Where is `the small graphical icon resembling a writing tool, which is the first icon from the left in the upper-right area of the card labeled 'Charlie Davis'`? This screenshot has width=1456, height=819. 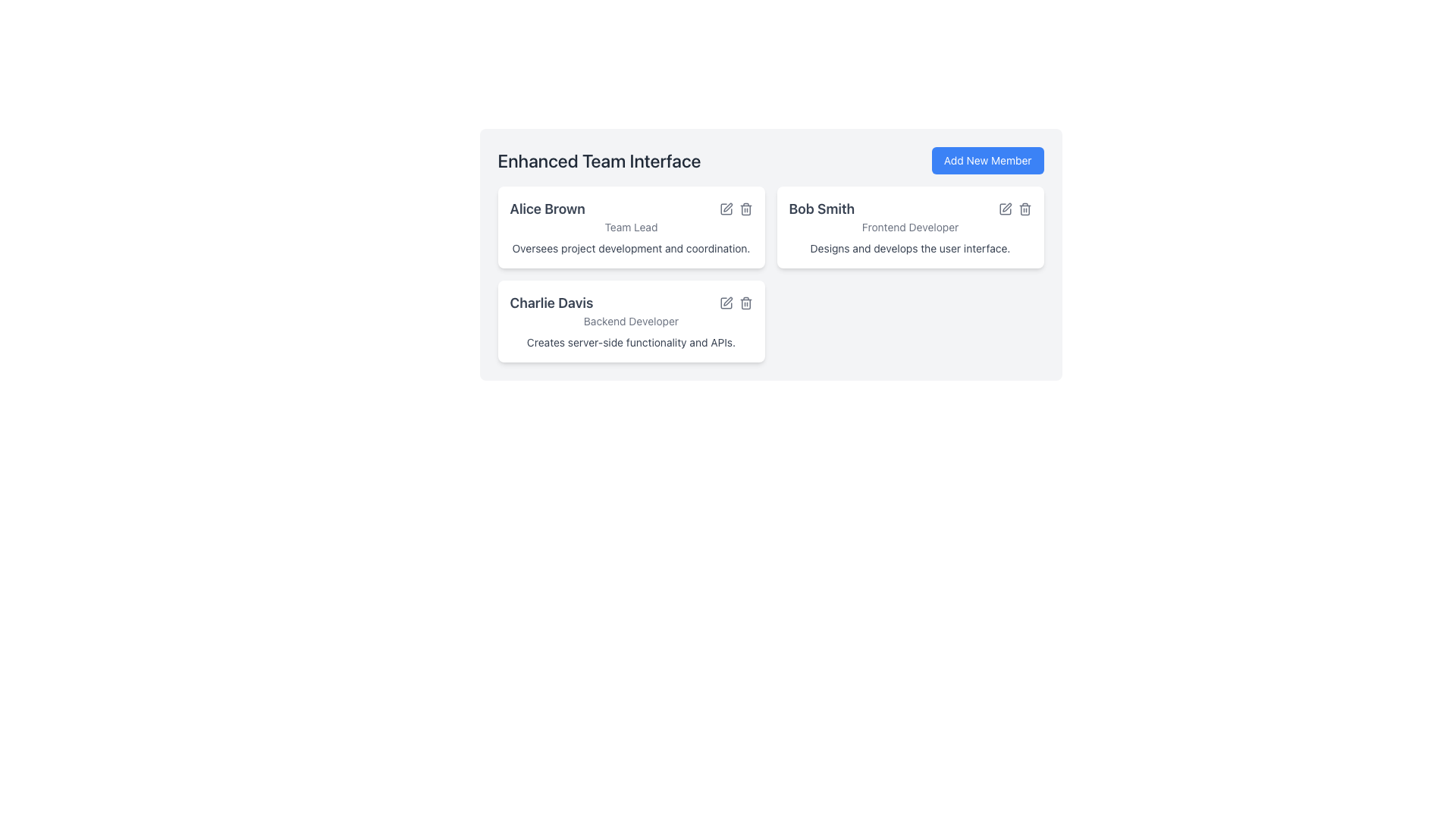
the small graphical icon resembling a writing tool, which is the first icon from the left in the upper-right area of the card labeled 'Charlie Davis' is located at coordinates (726, 301).